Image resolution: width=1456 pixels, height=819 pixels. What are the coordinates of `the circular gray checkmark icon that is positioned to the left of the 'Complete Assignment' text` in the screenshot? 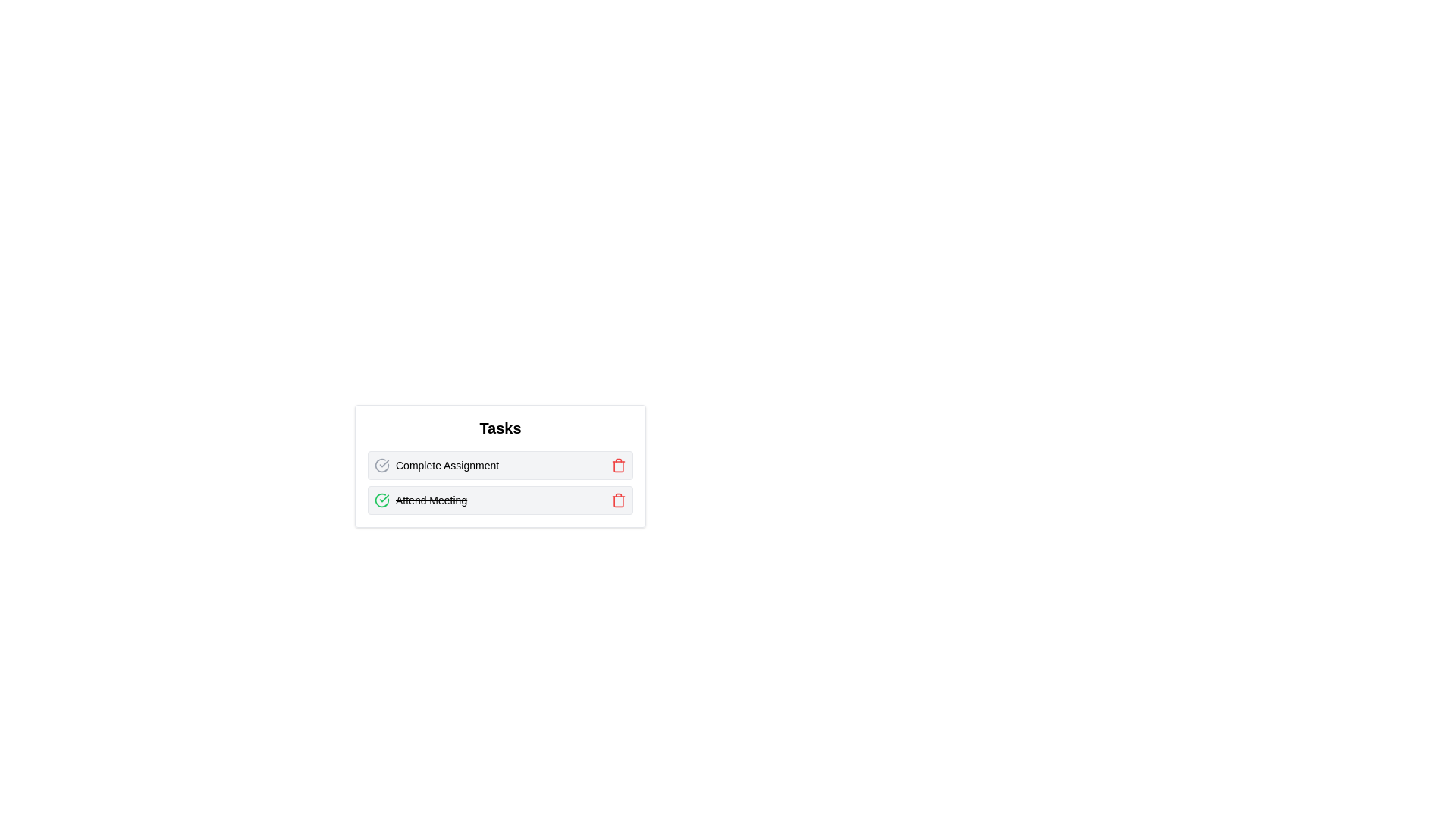 It's located at (382, 464).